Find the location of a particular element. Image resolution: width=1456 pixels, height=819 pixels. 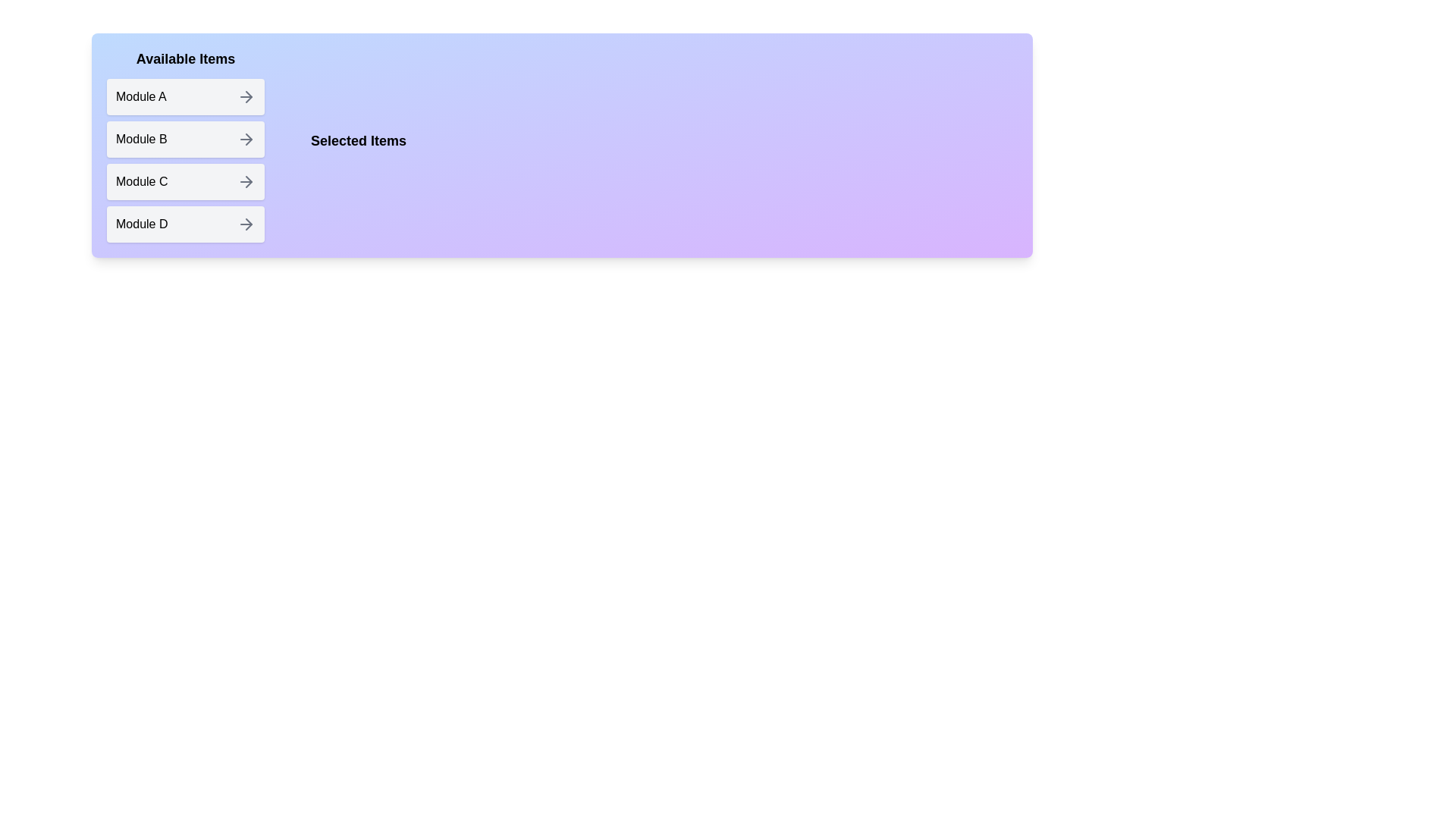

arrow button next to the item Module A in the 'Available Items' list to transfer it to the 'Selected Items' list is located at coordinates (246, 96).